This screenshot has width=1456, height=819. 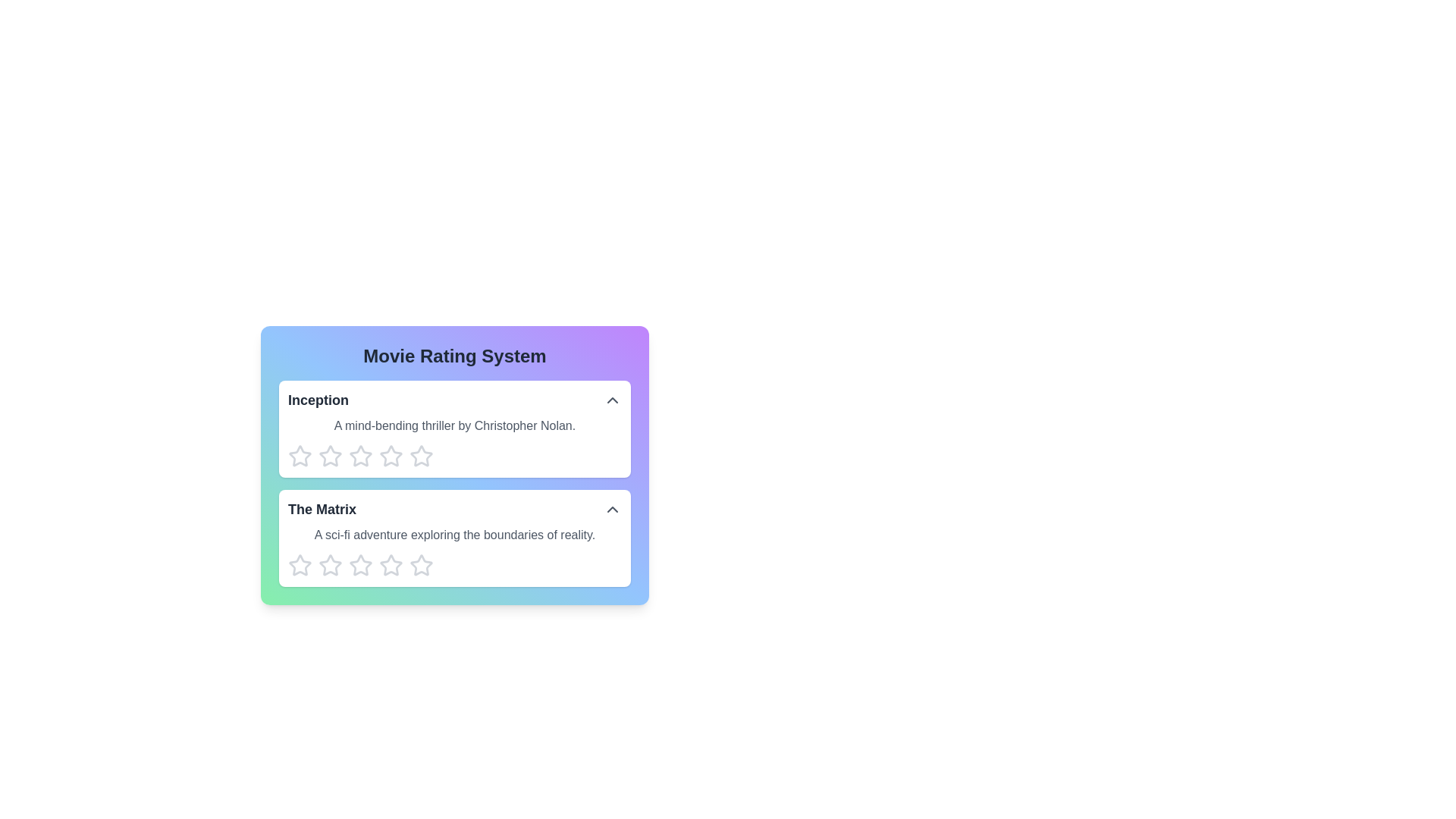 I want to click on the seventh rating star icon in the horizontal arrangement under the 'The Matrix' section, so click(x=422, y=565).